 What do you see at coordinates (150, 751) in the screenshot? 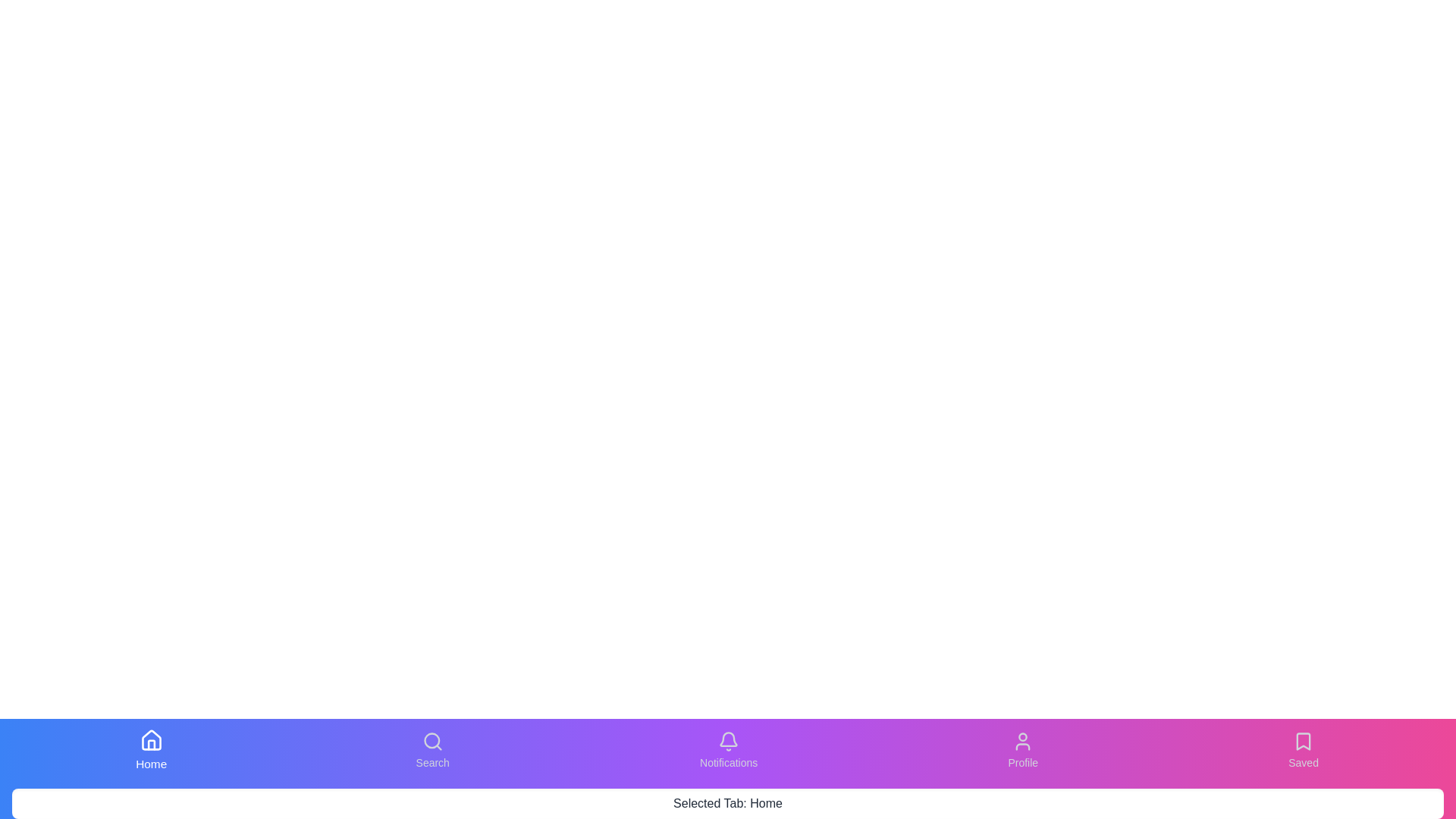
I see `the tab labeled Home from the bottom navigation bar` at bounding box center [150, 751].